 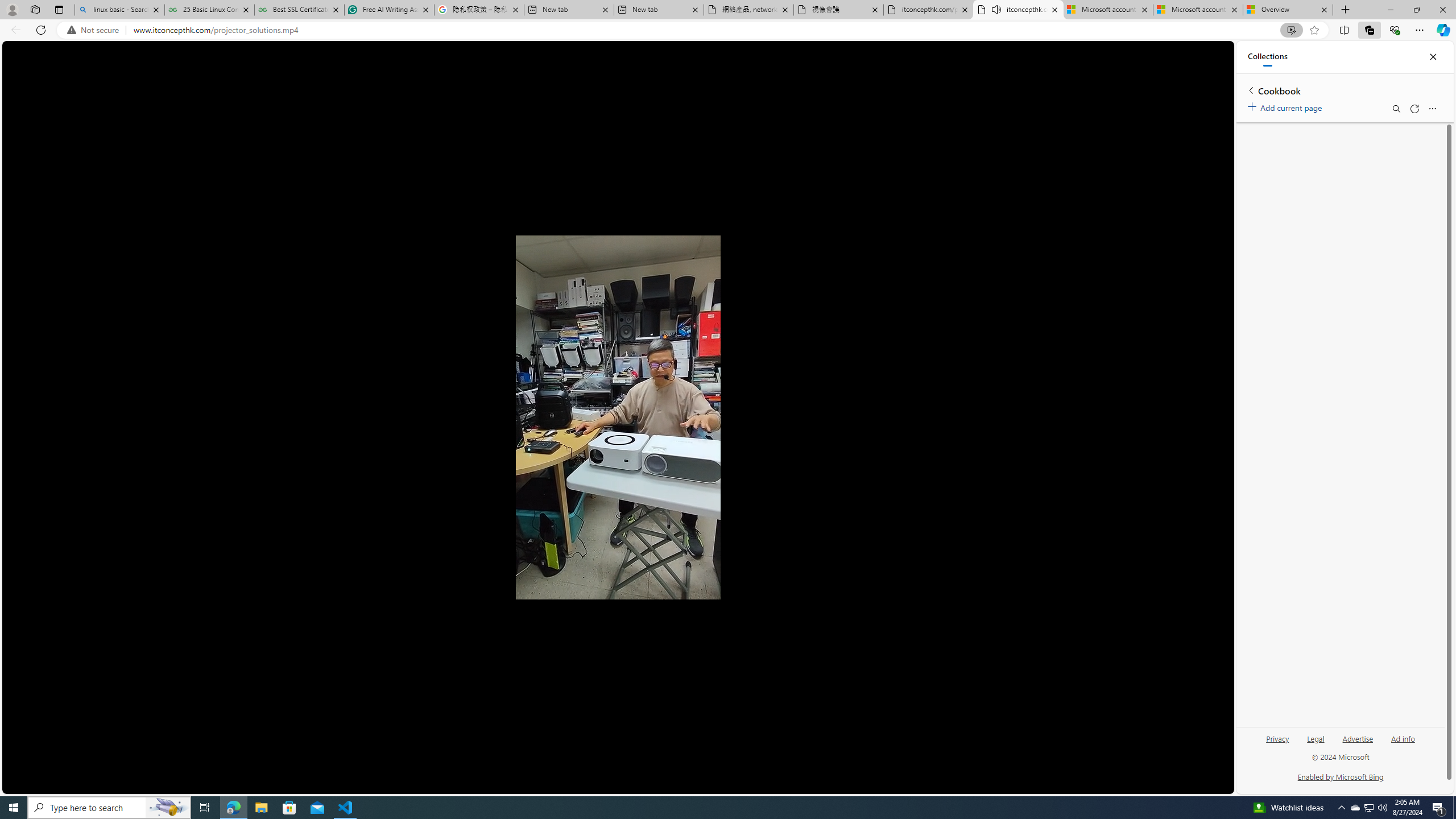 I want to click on 'linux basic - Search', so click(x=118, y=9).